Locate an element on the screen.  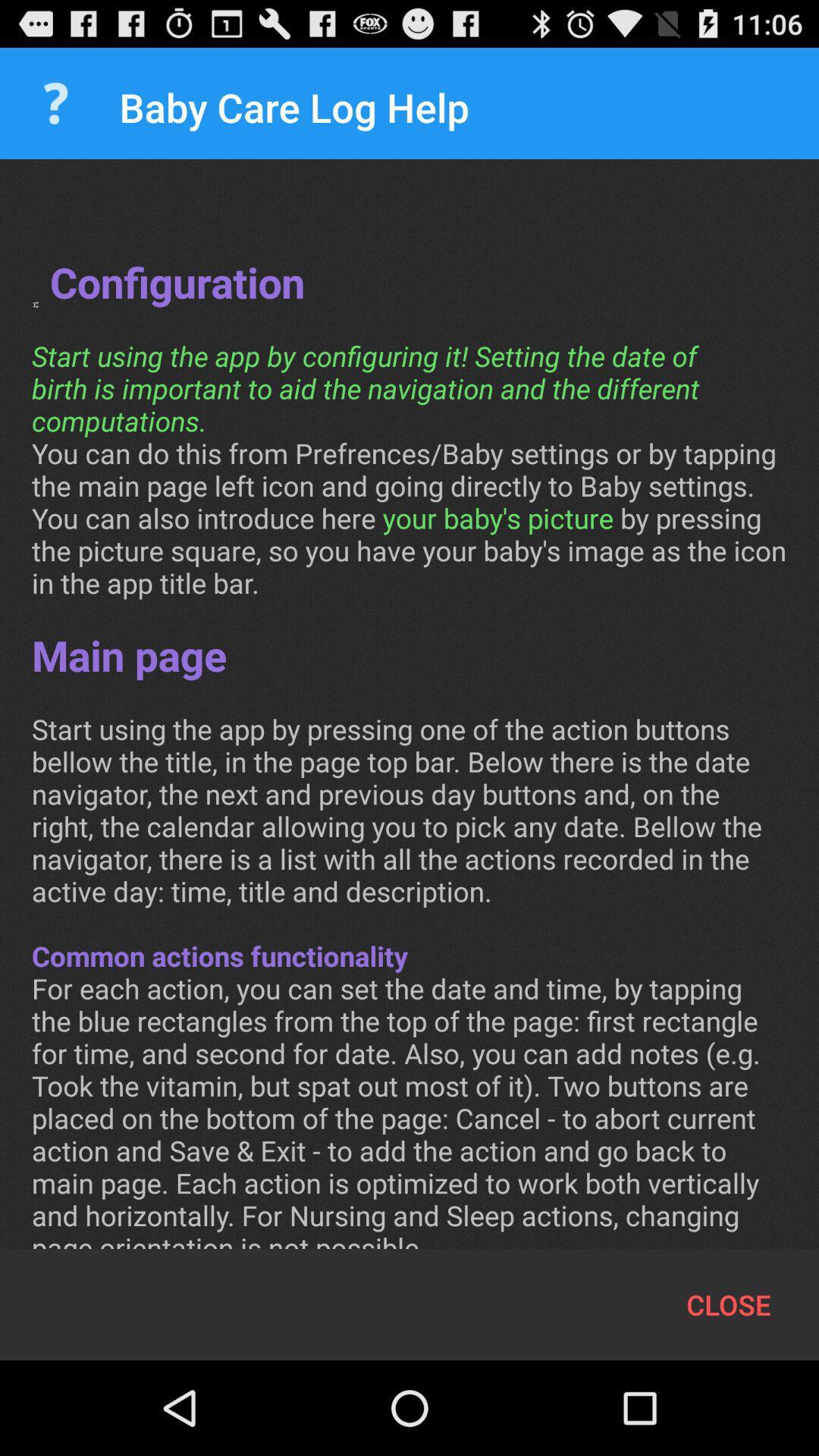
item at the bottom right corner is located at coordinates (728, 1304).